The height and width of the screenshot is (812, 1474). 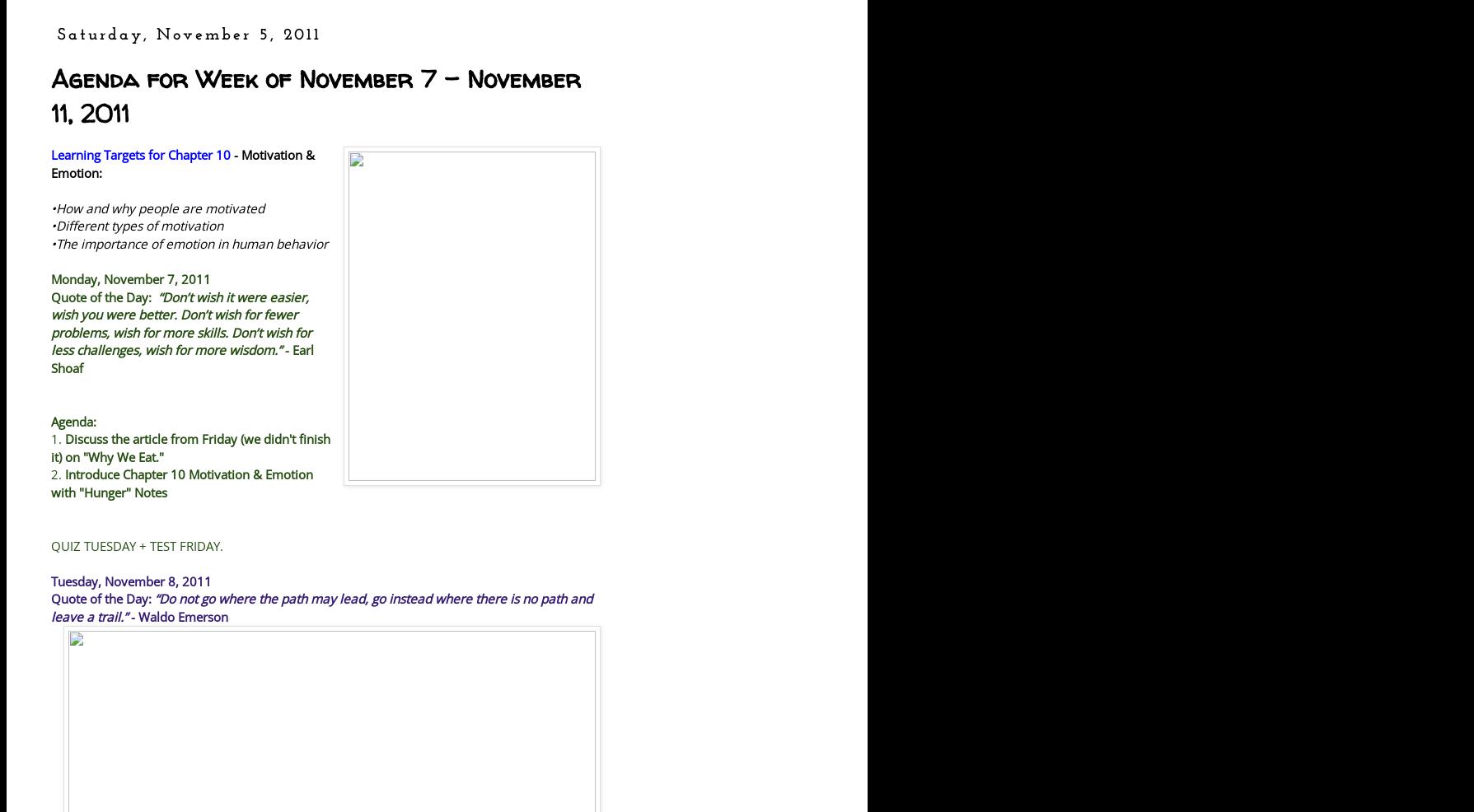 What do you see at coordinates (182, 359) in the screenshot?
I see `'- Earl Shoaf'` at bounding box center [182, 359].